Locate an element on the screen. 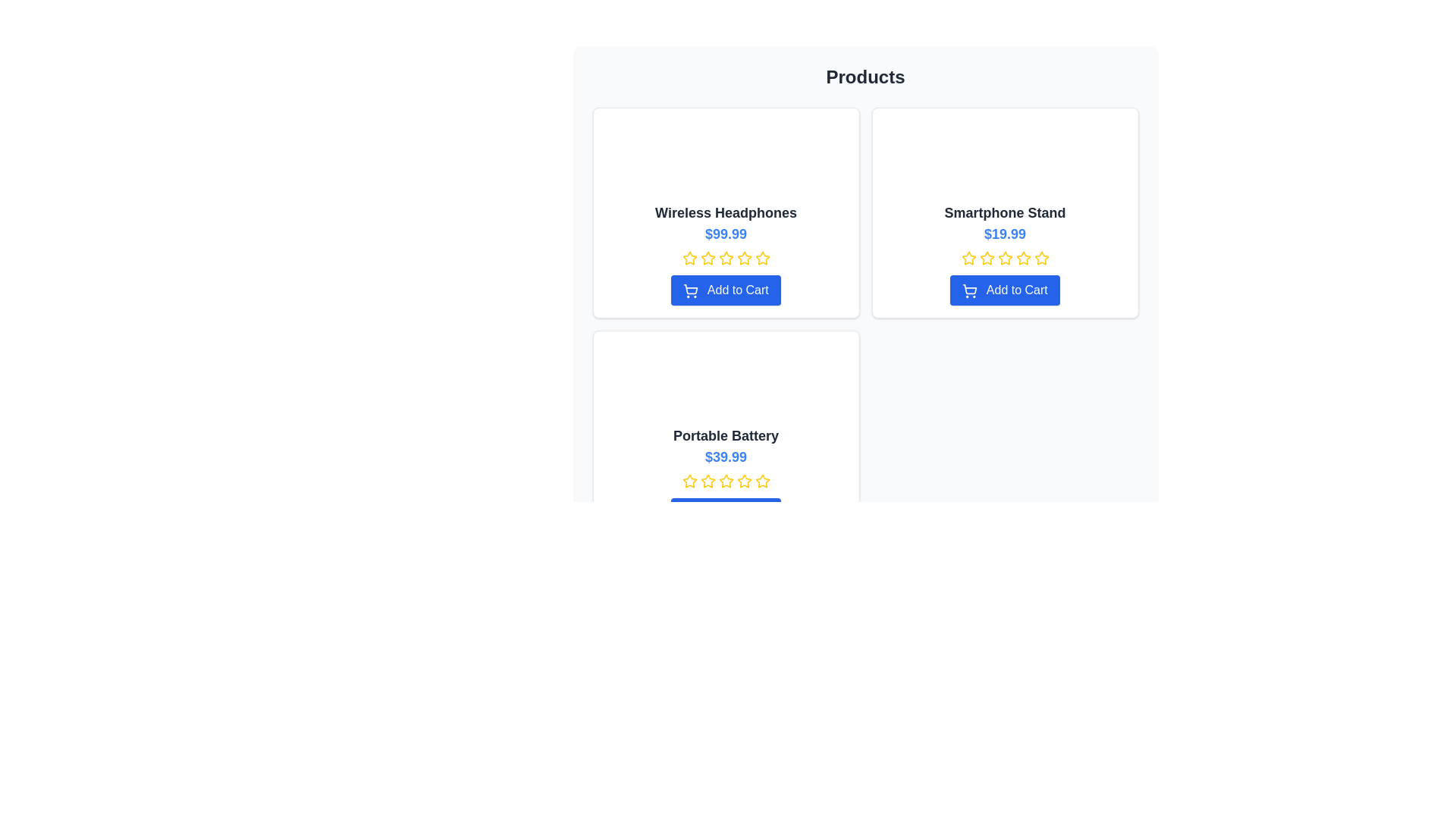  the blue shopping cart icon located to the left of the 'Add to Cart' text within the blue button is located at coordinates (969, 290).